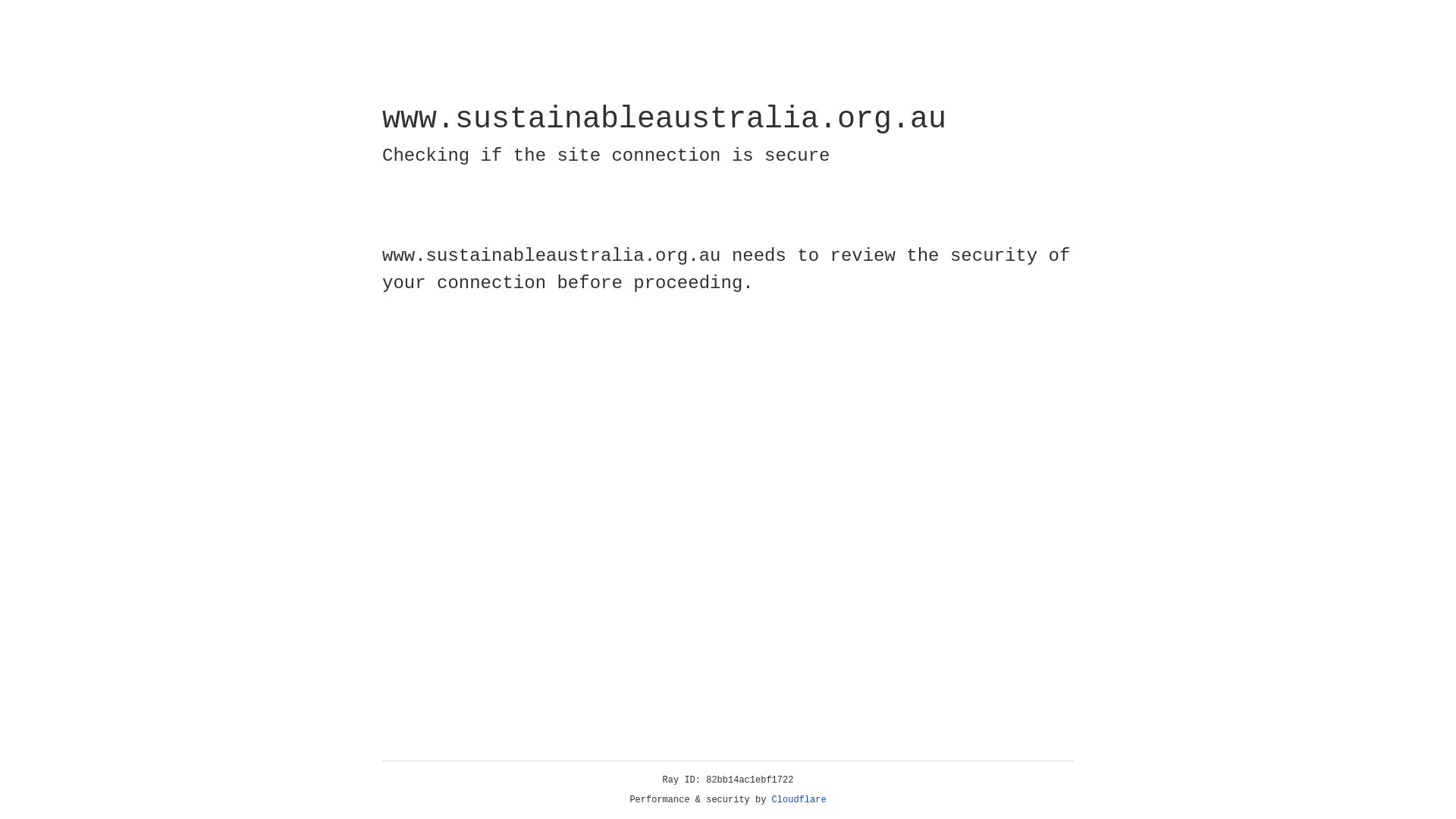 This screenshot has width=1456, height=819. What do you see at coordinates (799, 799) in the screenshot?
I see `'Cloudflare'` at bounding box center [799, 799].